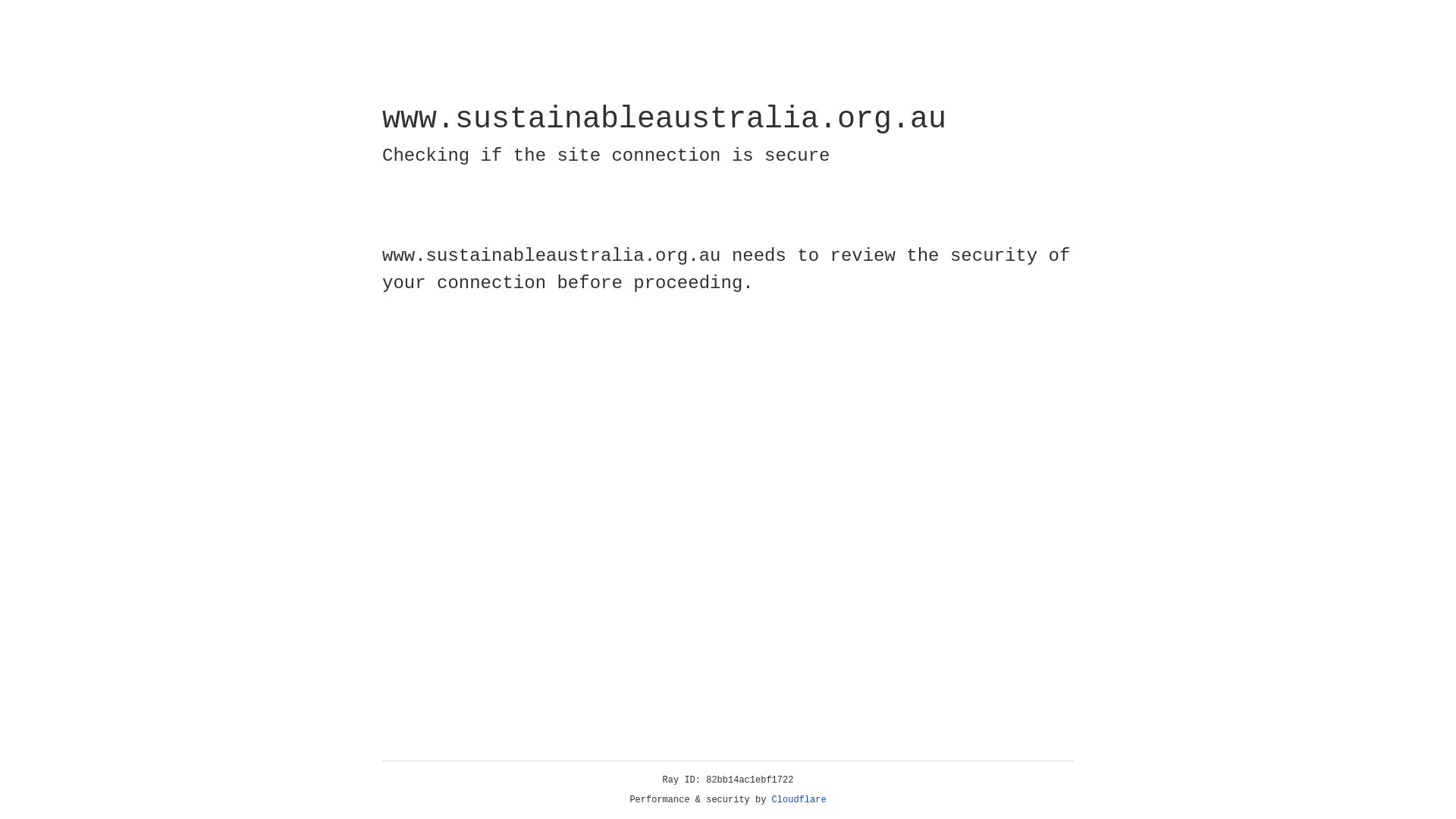 This screenshot has width=1456, height=819. What do you see at coordinates (799, 799) in the screenshot?
I see `'Cloudflare'` at bounding box center [799, 799].